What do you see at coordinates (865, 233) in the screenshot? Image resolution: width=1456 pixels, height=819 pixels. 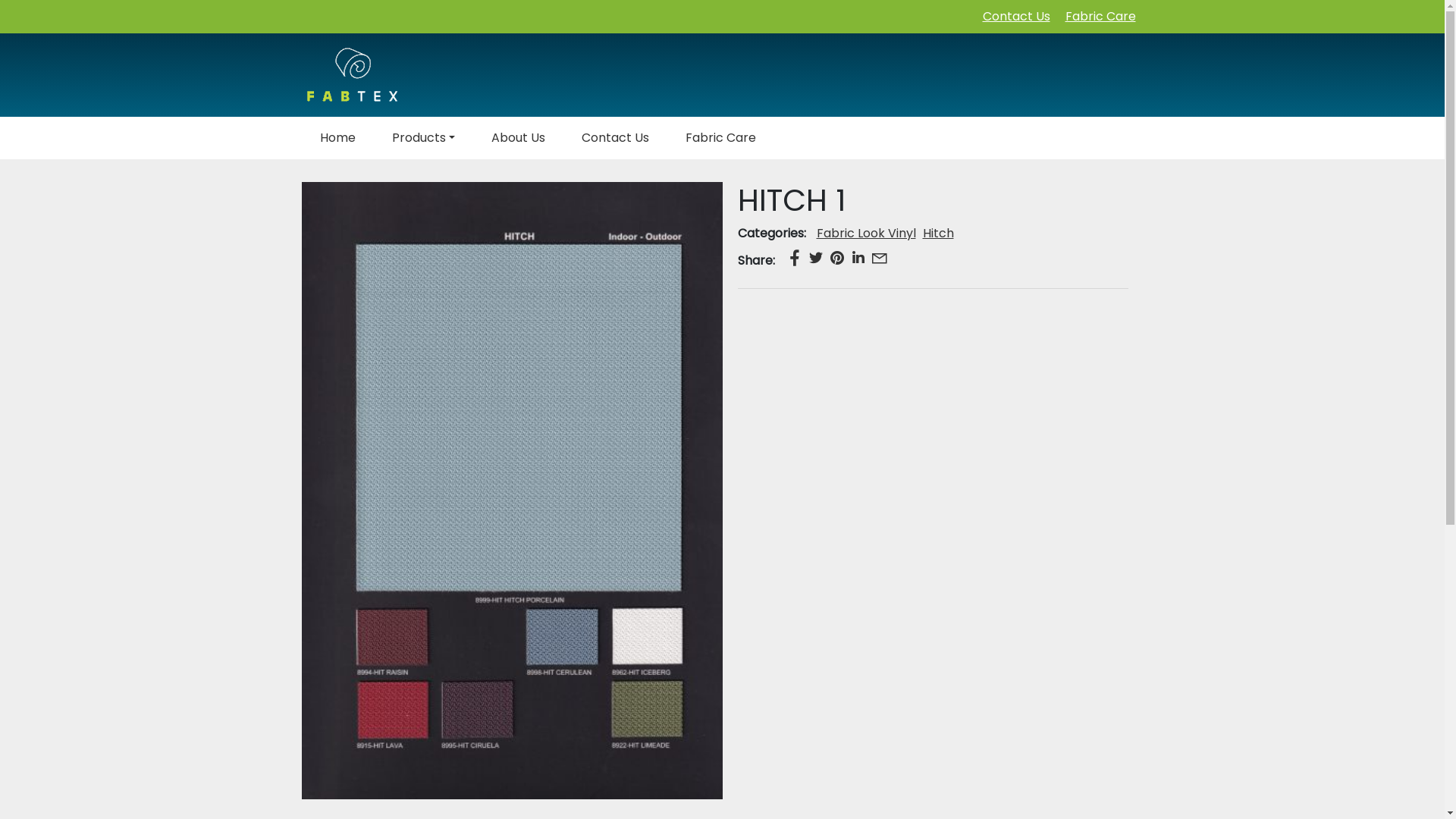 I see `'Fabric Look Vinyl'` at bounding box center [865, 233].